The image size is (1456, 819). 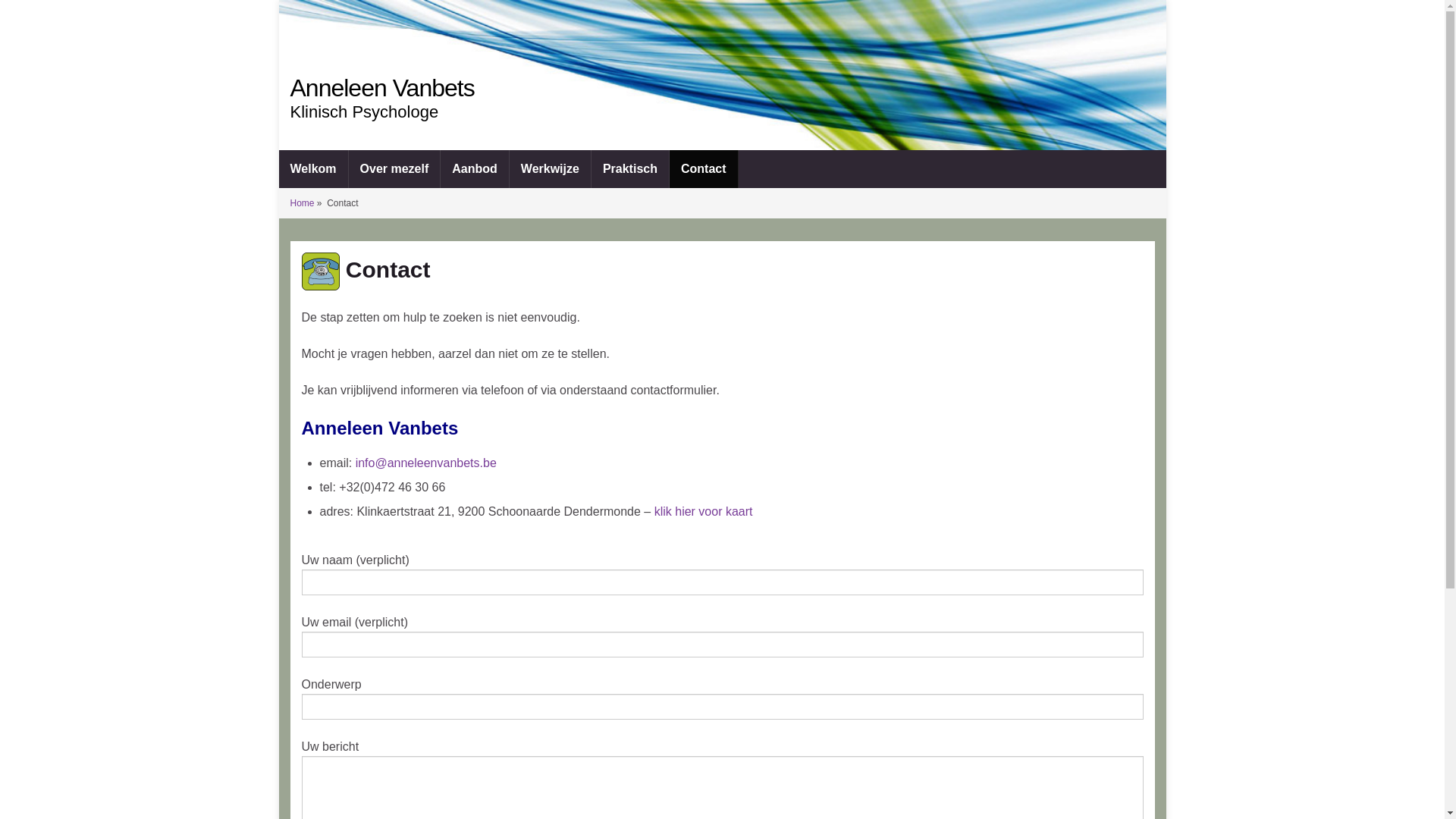 What do you see at coordinates (425, 462) in the screenshot?
I see `'info@anneleenvanbets.be'` at bounding box center [425, 462].